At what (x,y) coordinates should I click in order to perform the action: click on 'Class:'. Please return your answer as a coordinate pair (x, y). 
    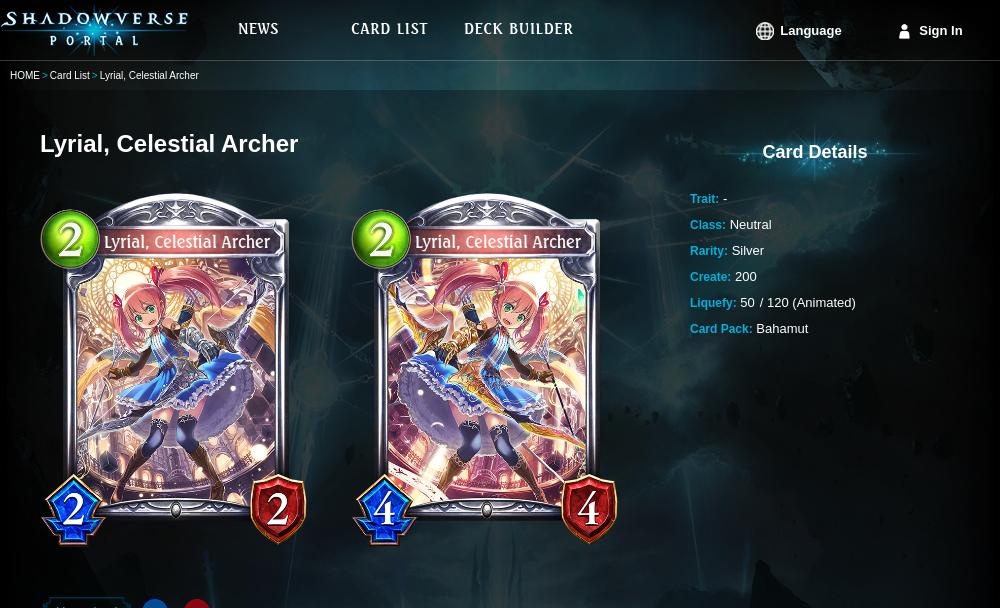
    Looking at the image, I should click on (707, 224).